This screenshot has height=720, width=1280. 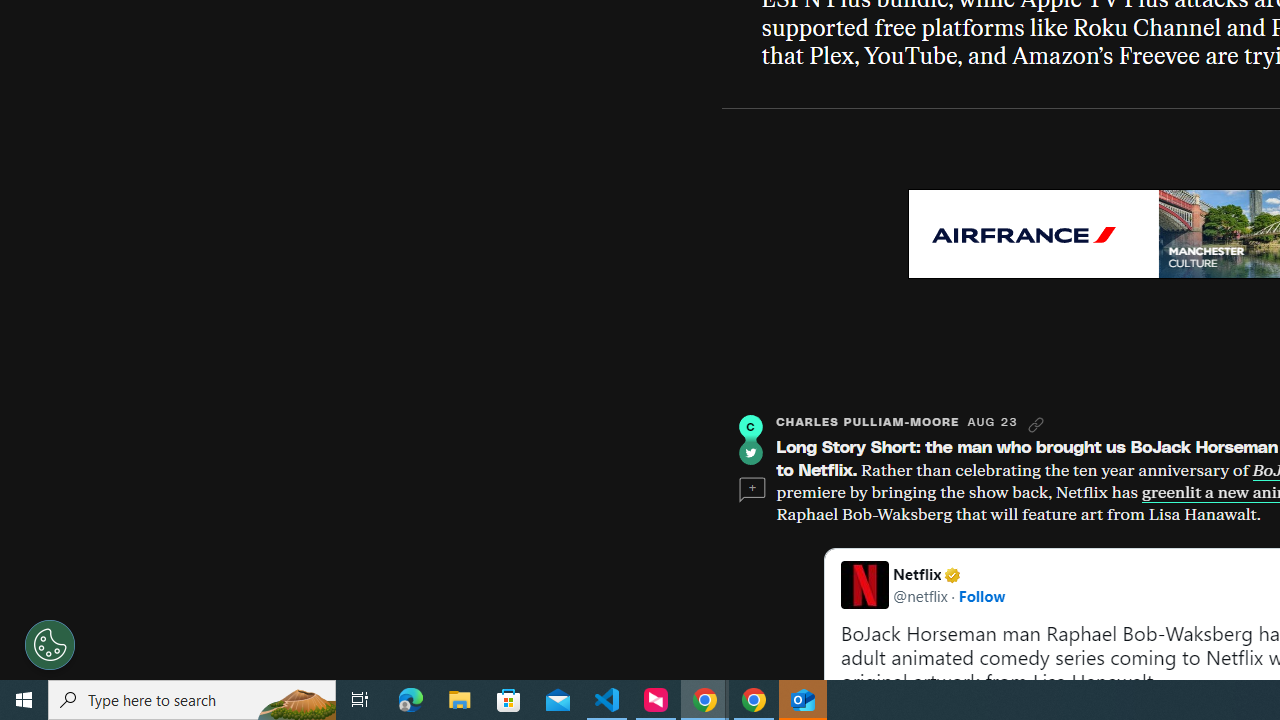 What do you see at coordinates (867, 421) in the screenshot?
I see `'CHARLES PULLIAM-MOORE'` at bounding box center [867, 421].